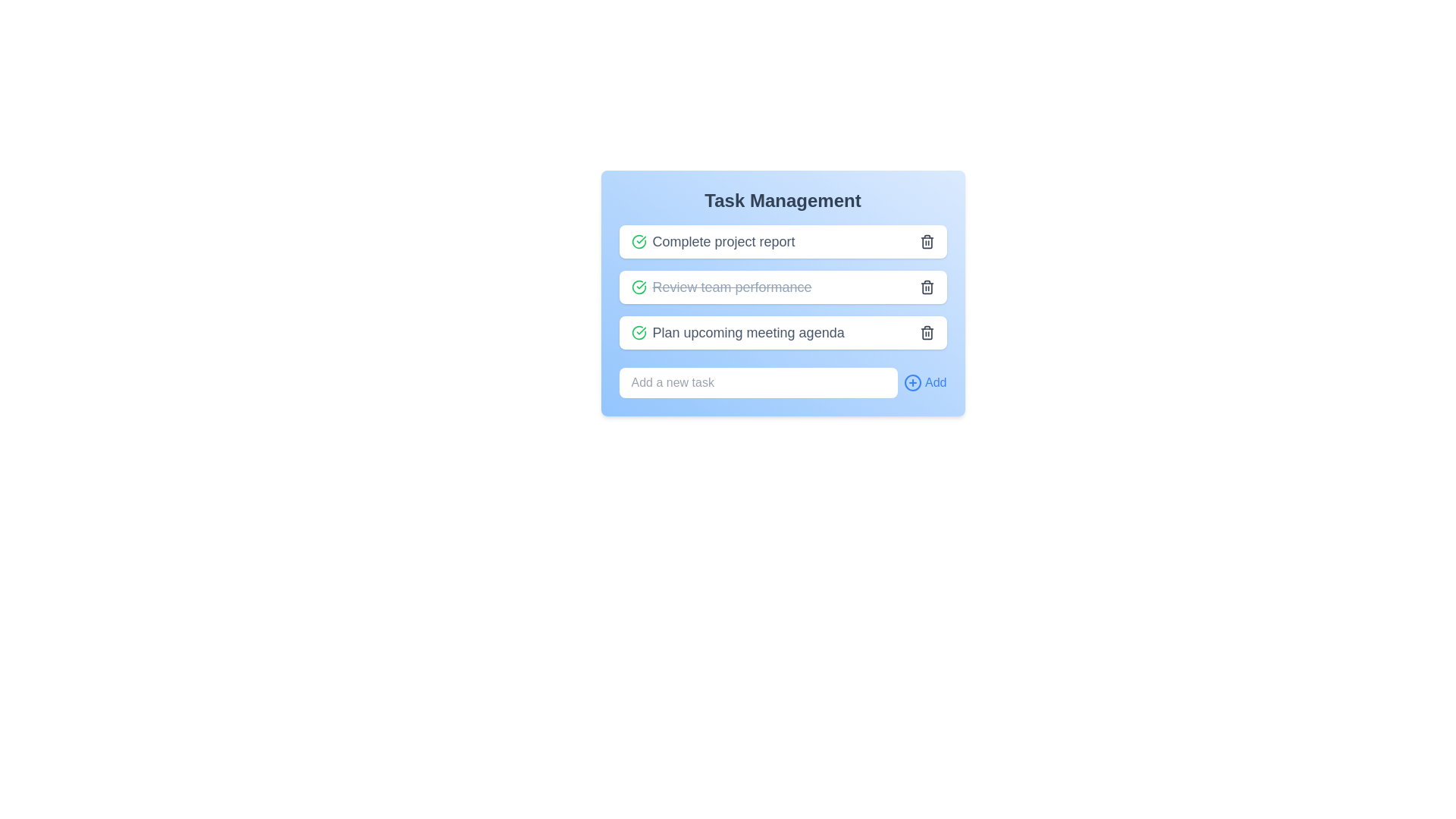  Describe the element at coordinates (926, 288) in the screenshot. I see `the Trash body icon, which is a vertical rectangle with rounded corners located to the far right of the second task item, adjacent to the text 'Review team performance'` at that location.